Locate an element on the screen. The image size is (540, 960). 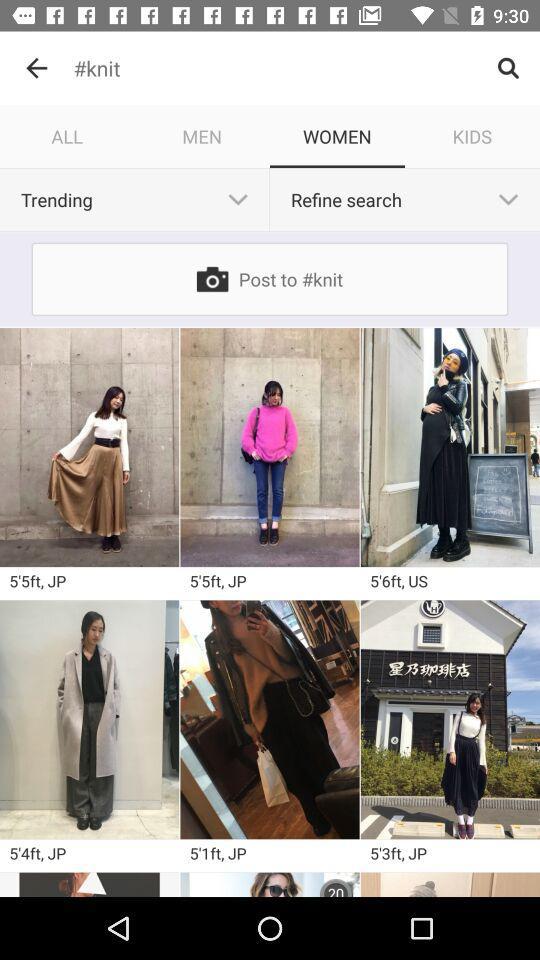
picture is located at coordinates (450, 719).